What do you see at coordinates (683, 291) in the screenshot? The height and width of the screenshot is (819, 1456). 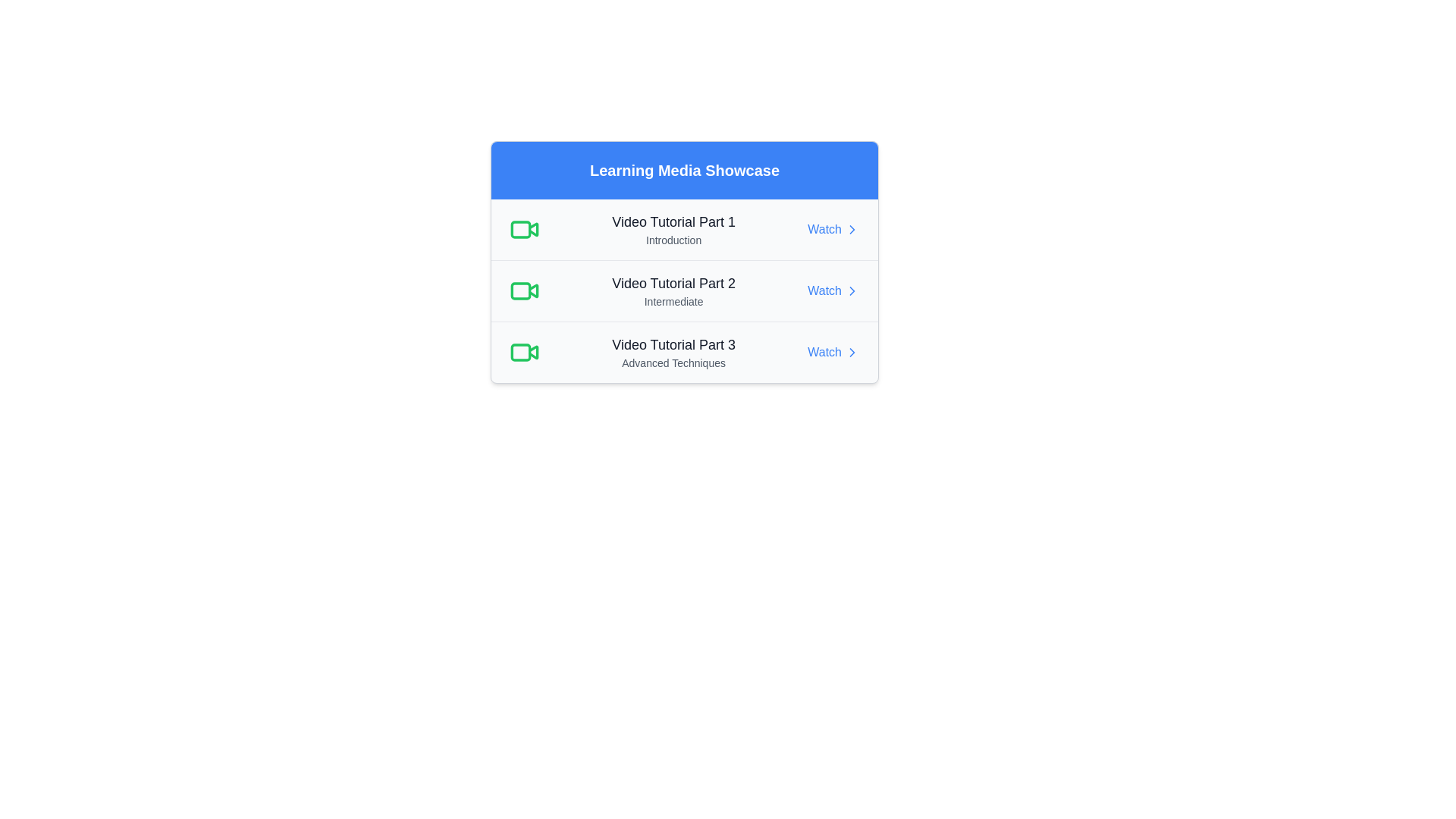 I see `text content of the second entry in the vertically stacked list of video tutorial links, which features a green video icon, a bolded title, and a blue 'Watch' link` at bounding box center [683, 291].